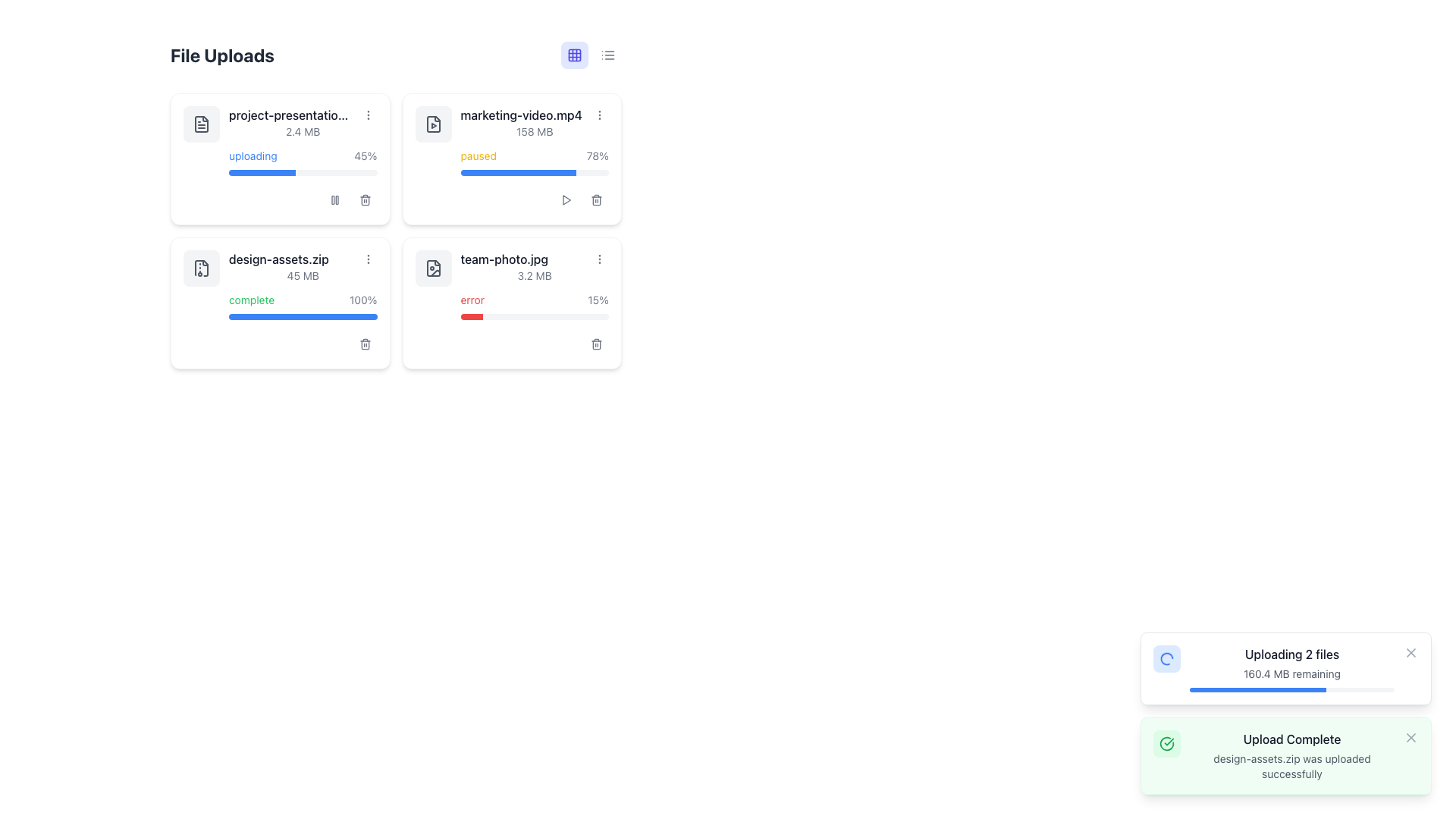 The height and width of the screenshot is (819, 1456). What do you see at coordinates (512, 344) in the screenshot?
I see `the delete button located at the bottom-right corner of the file upload card for 'team-photo.jpg'` at bounding box center [512, 344].